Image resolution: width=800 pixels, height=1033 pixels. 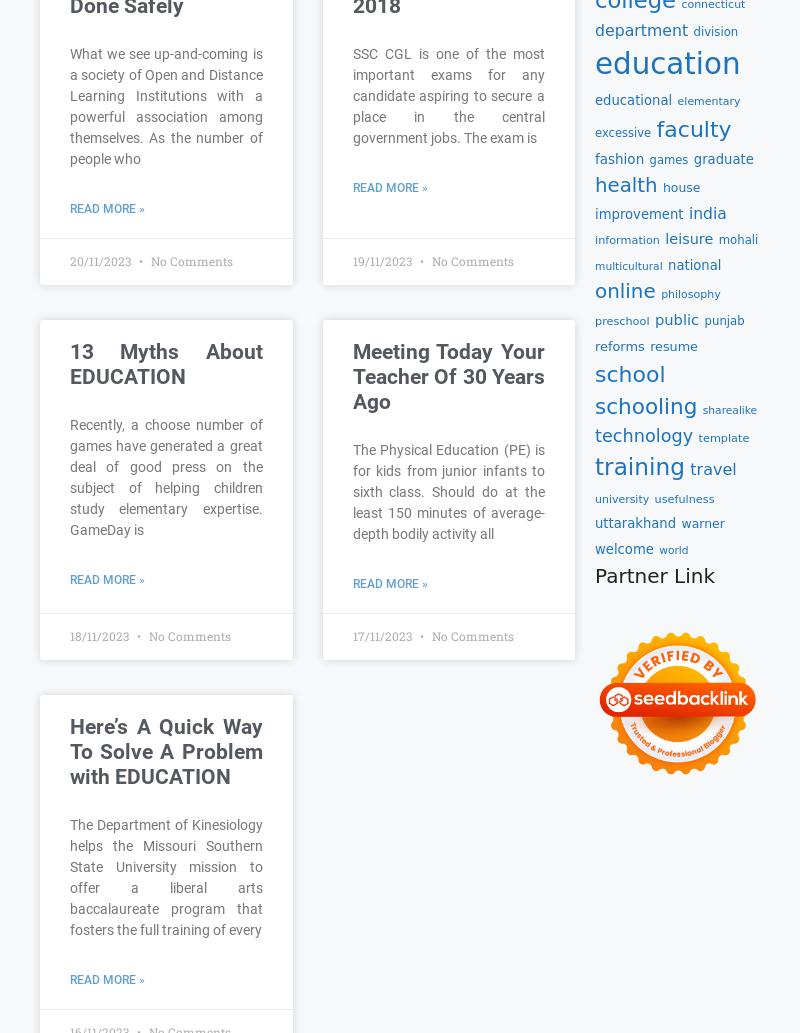 I want to click on 'welcome', so click(x=624, y=547).